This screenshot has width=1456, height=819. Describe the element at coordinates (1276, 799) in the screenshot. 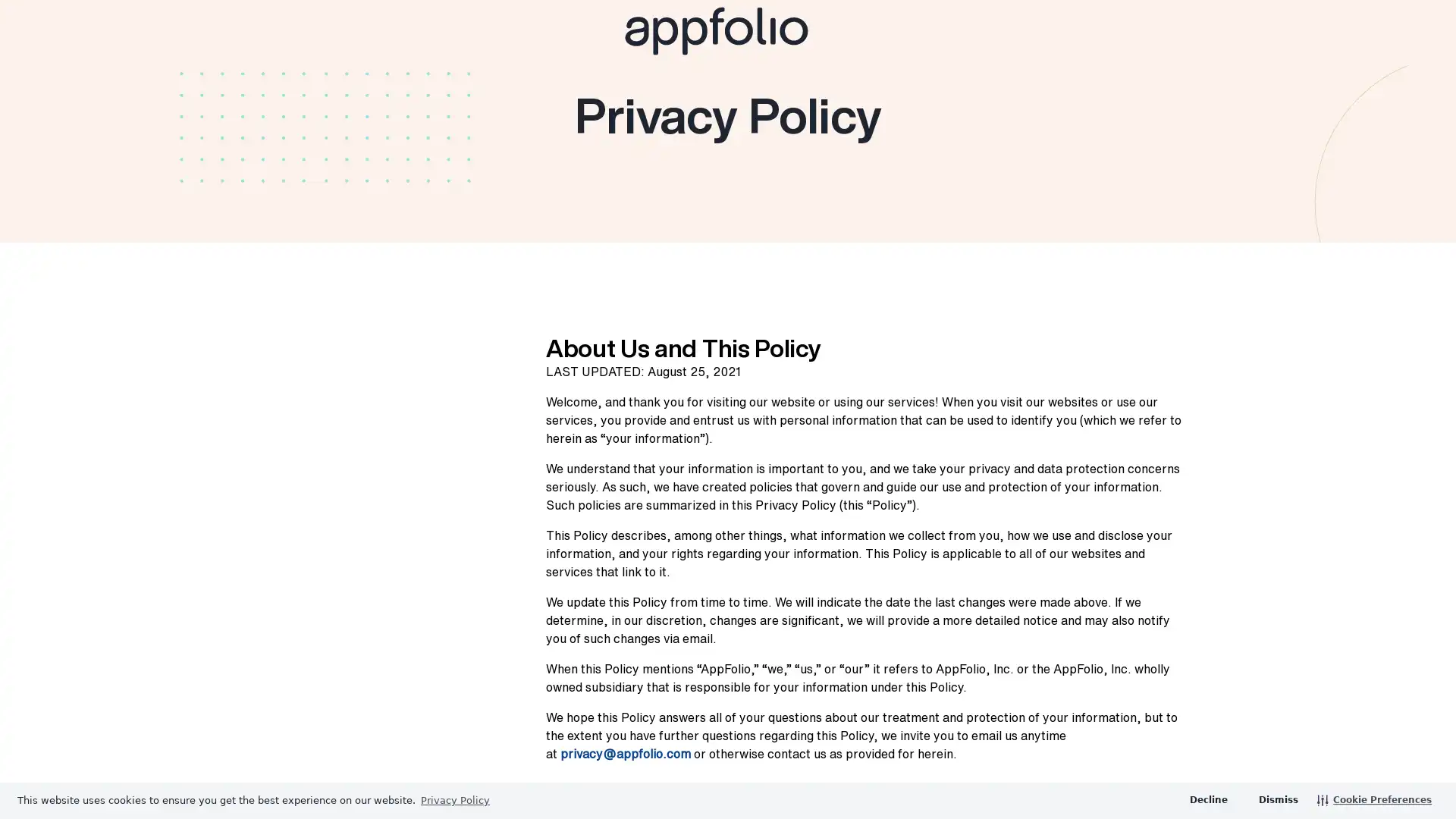

I see `dismiss cookie message` at that location.